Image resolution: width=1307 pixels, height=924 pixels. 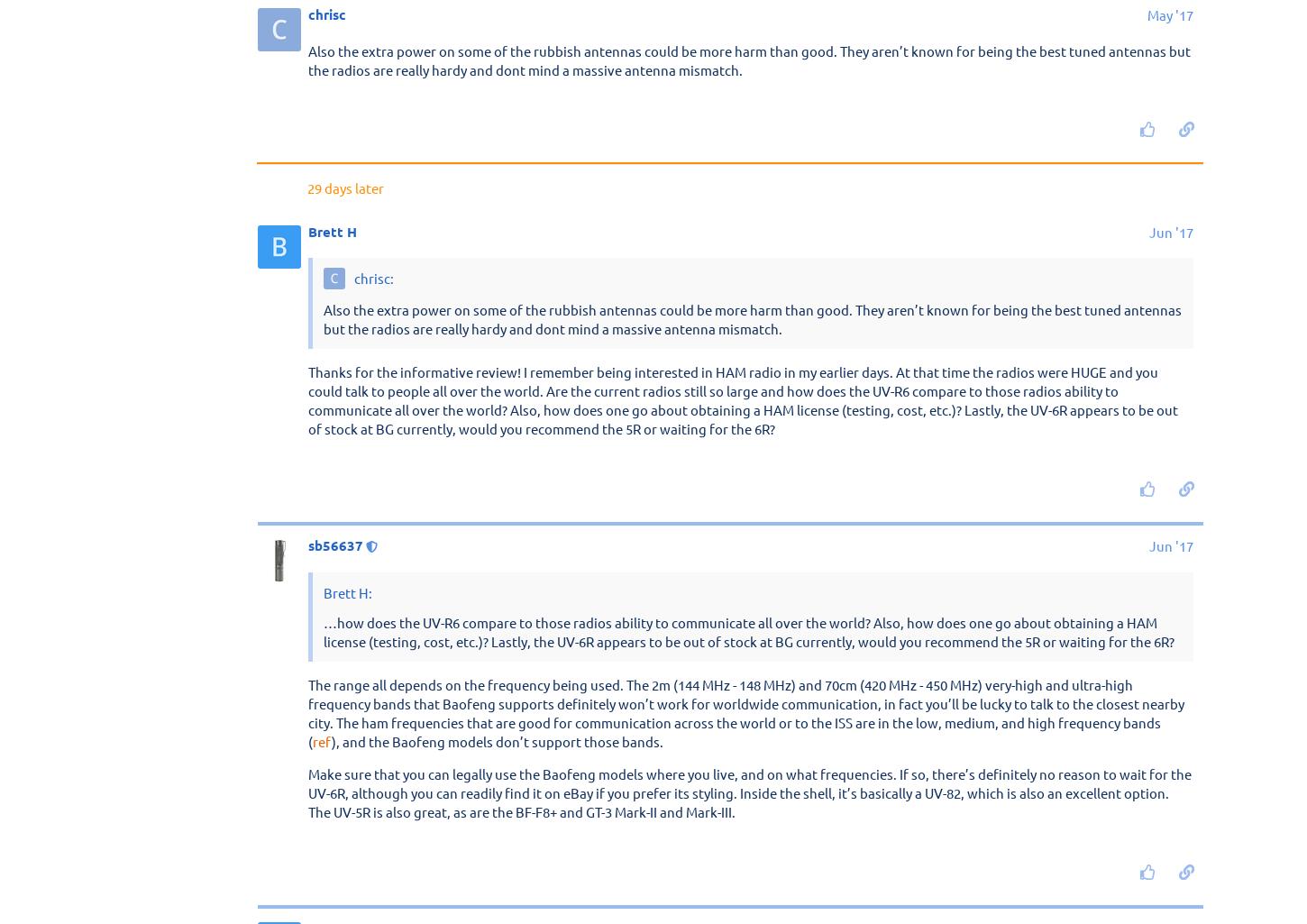 What do you see at coordinates (308, 535) in the screenshot?
I see `'chrisc'` at bounding box center [308, 535].